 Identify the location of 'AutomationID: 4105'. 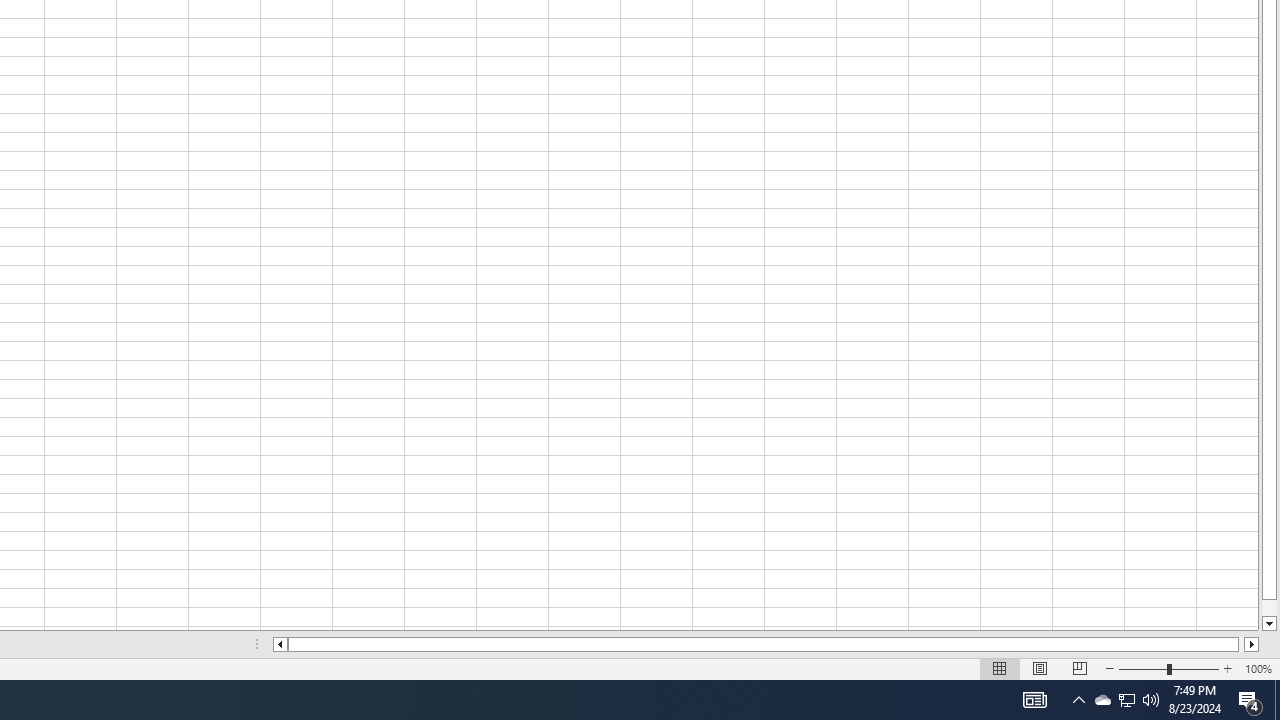
(1034, 698).